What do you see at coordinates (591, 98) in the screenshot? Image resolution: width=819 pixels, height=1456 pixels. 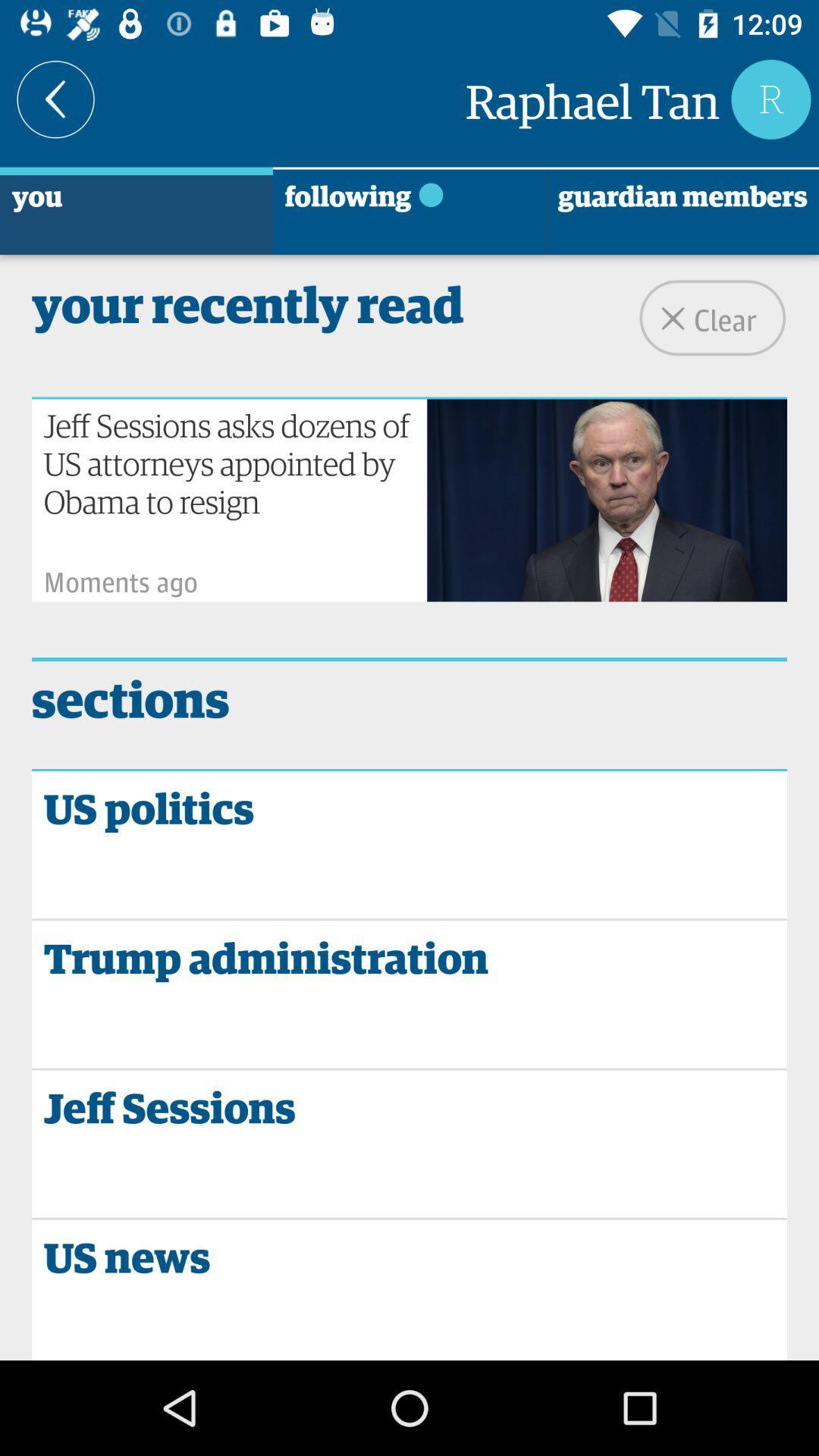 I see `the raphael tan item` at bounding box center [591, 98].